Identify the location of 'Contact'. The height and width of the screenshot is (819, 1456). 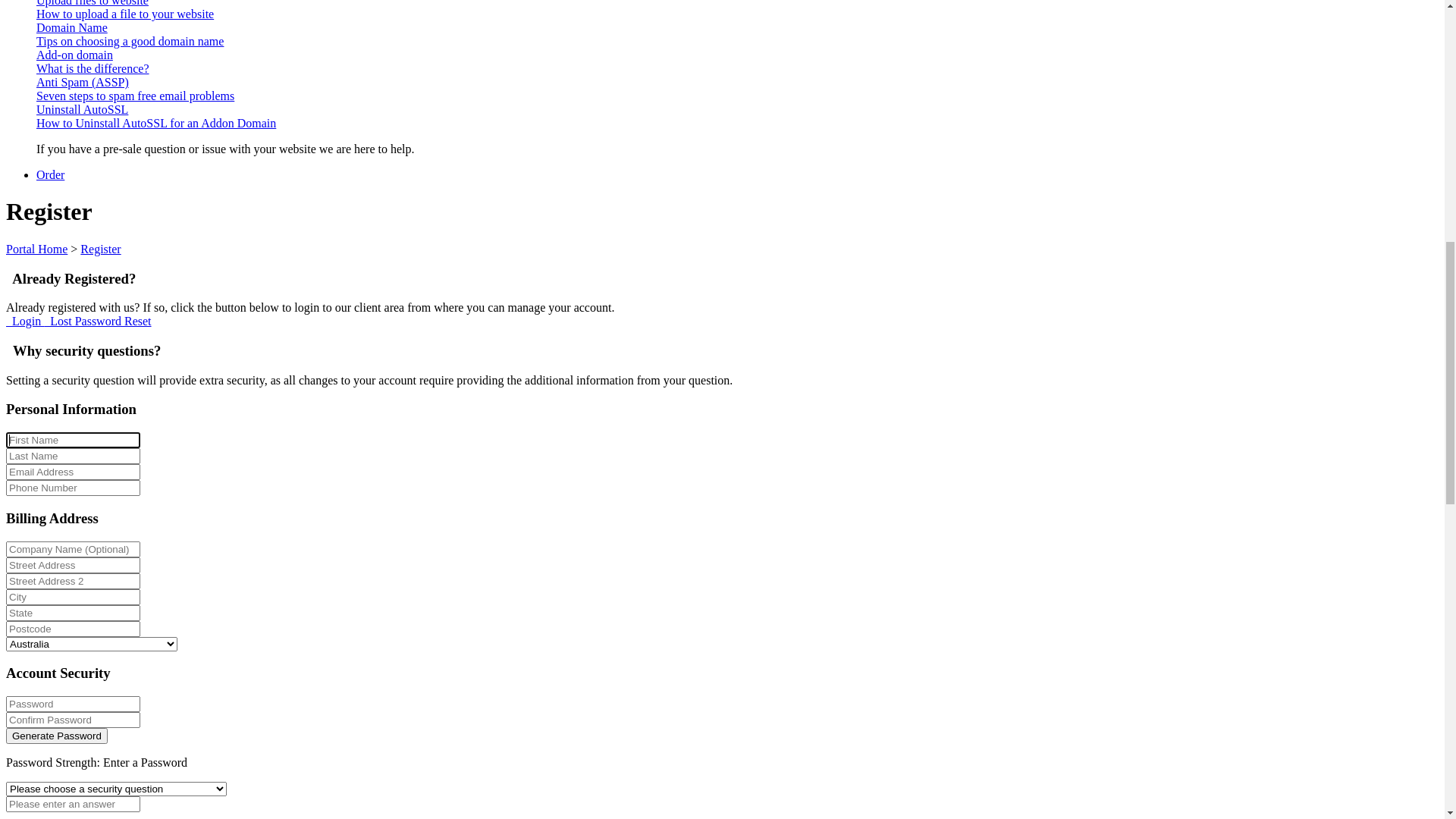
(55, 37).